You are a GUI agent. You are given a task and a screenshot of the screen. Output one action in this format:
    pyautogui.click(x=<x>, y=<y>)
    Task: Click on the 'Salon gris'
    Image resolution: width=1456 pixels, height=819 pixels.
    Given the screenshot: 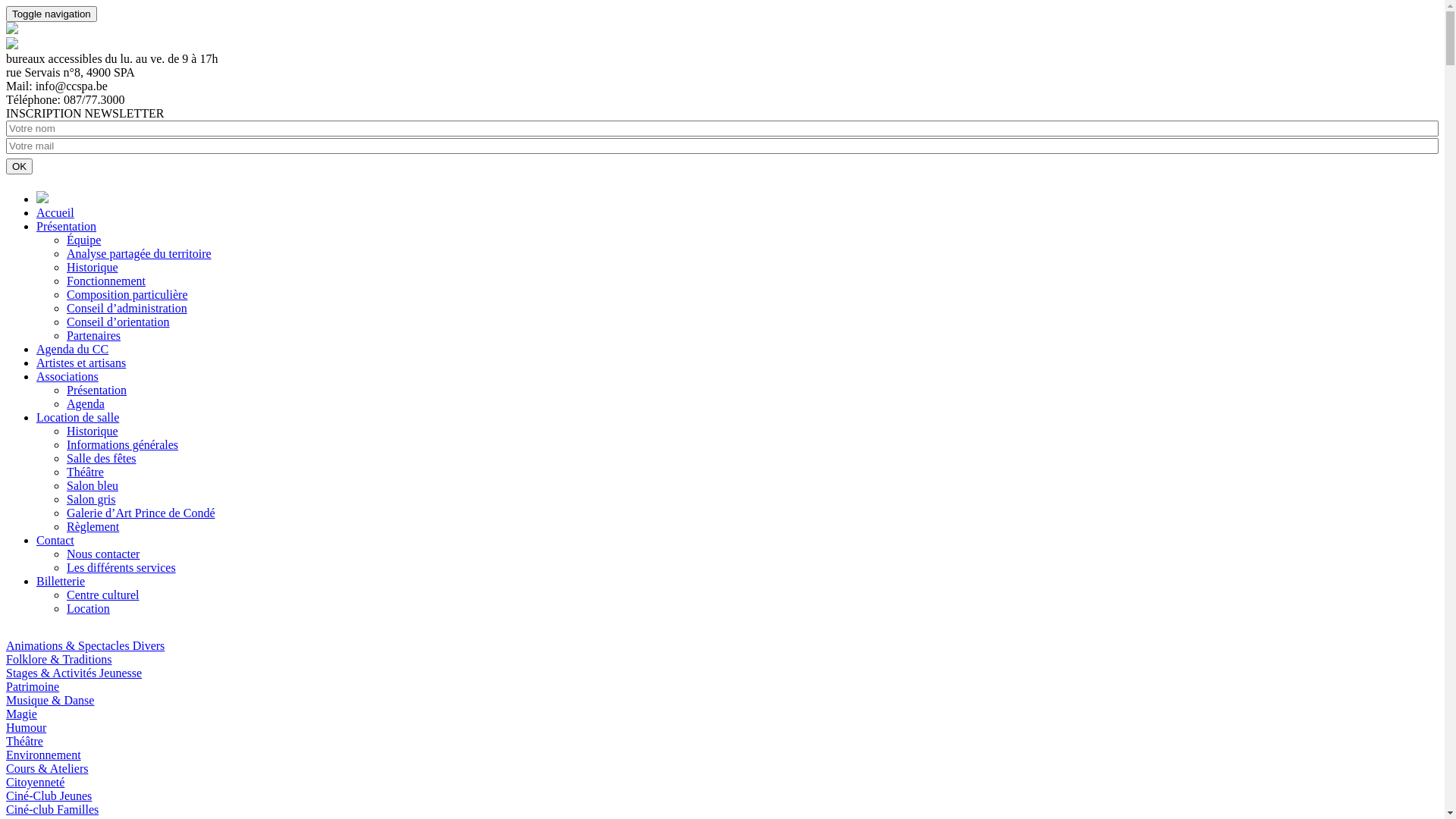 What is the action you would take?
    pyautogui.click(x=90, y=499)
    